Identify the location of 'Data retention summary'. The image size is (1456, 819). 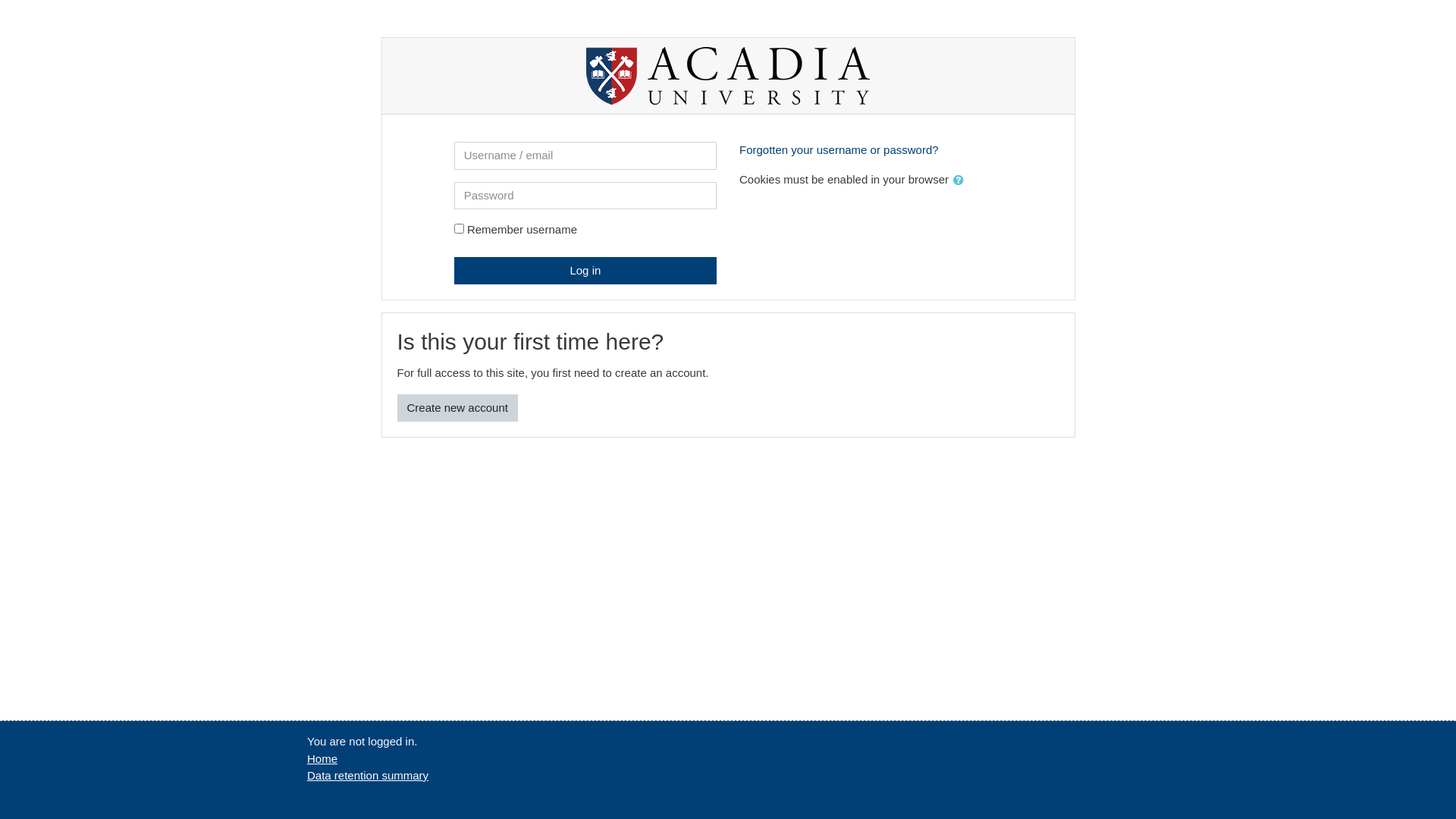
(367, 775).